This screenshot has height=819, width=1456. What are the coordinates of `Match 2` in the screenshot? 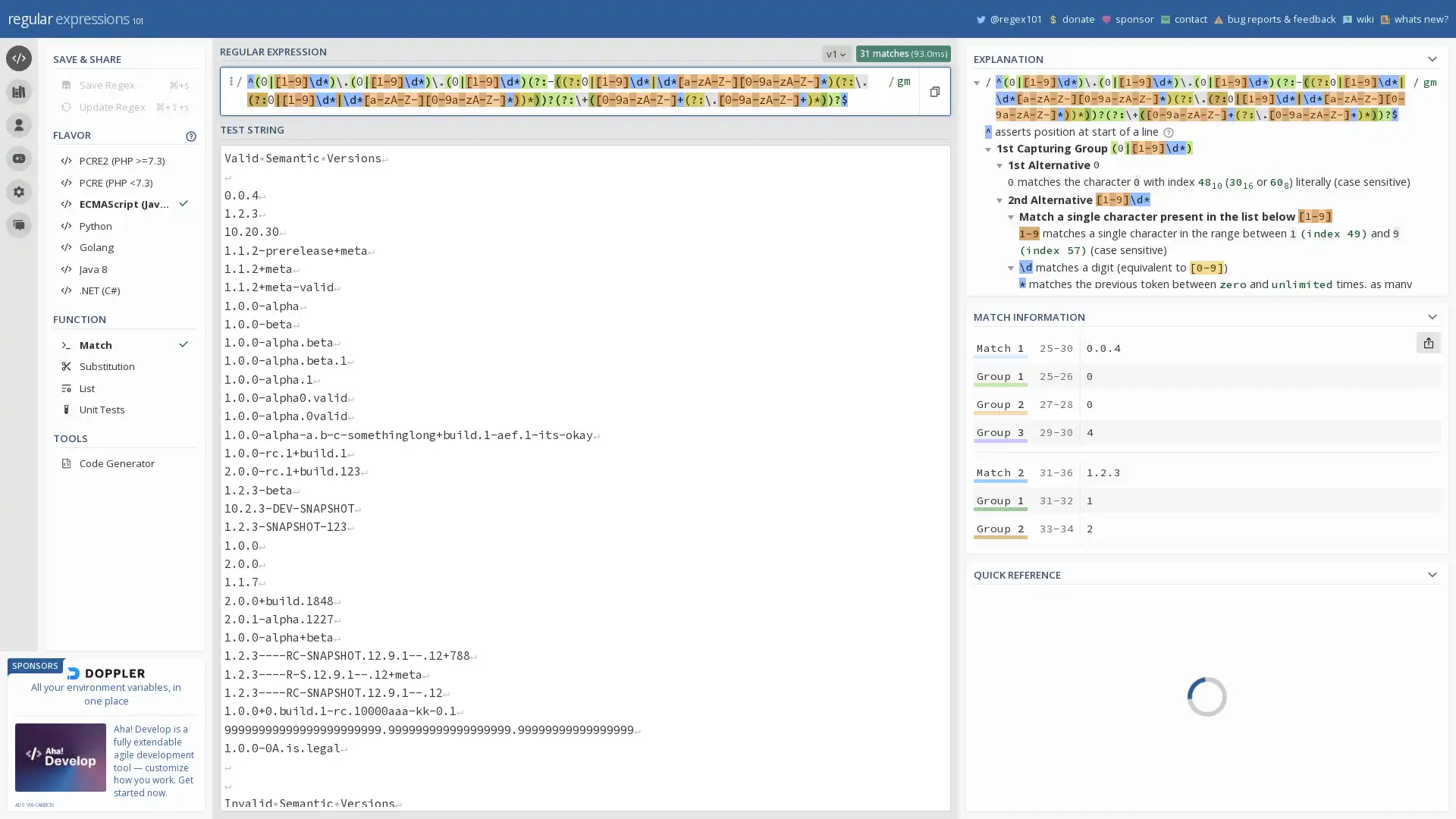 It's located at (1000, 472).